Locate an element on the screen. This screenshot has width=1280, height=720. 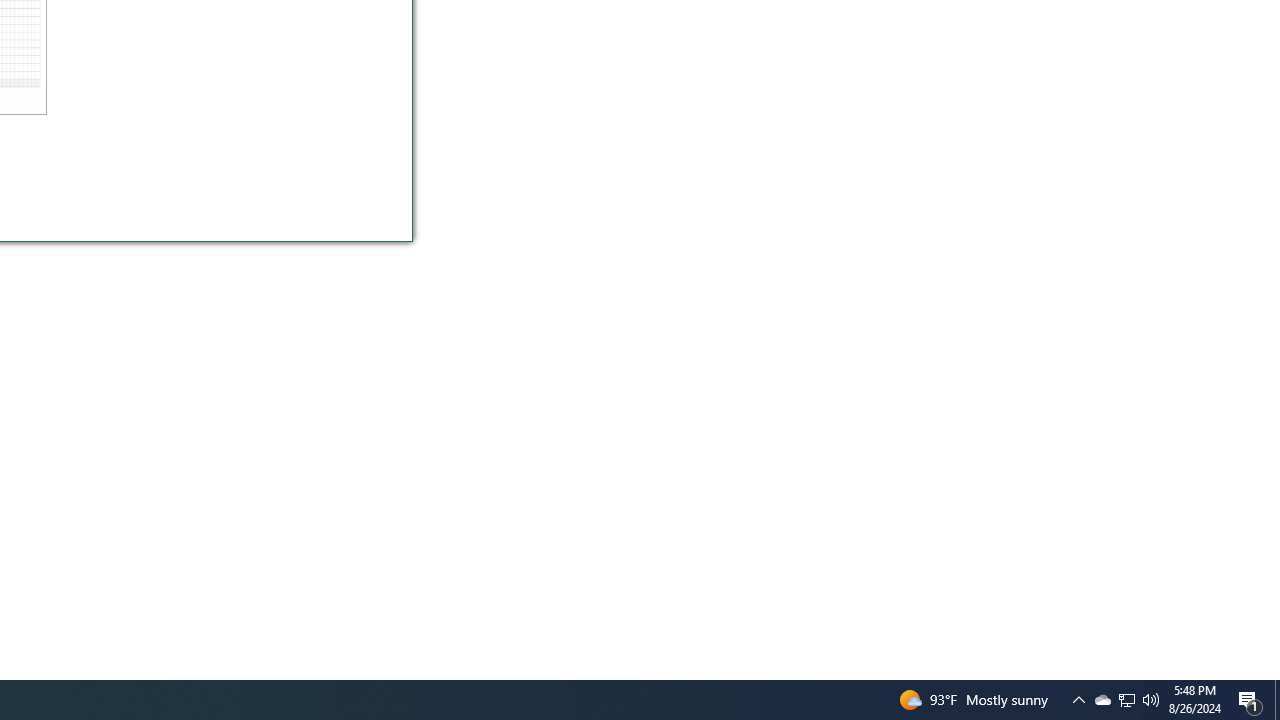
'User Promoted Notification Area' is located at coordinates (1127, 698).